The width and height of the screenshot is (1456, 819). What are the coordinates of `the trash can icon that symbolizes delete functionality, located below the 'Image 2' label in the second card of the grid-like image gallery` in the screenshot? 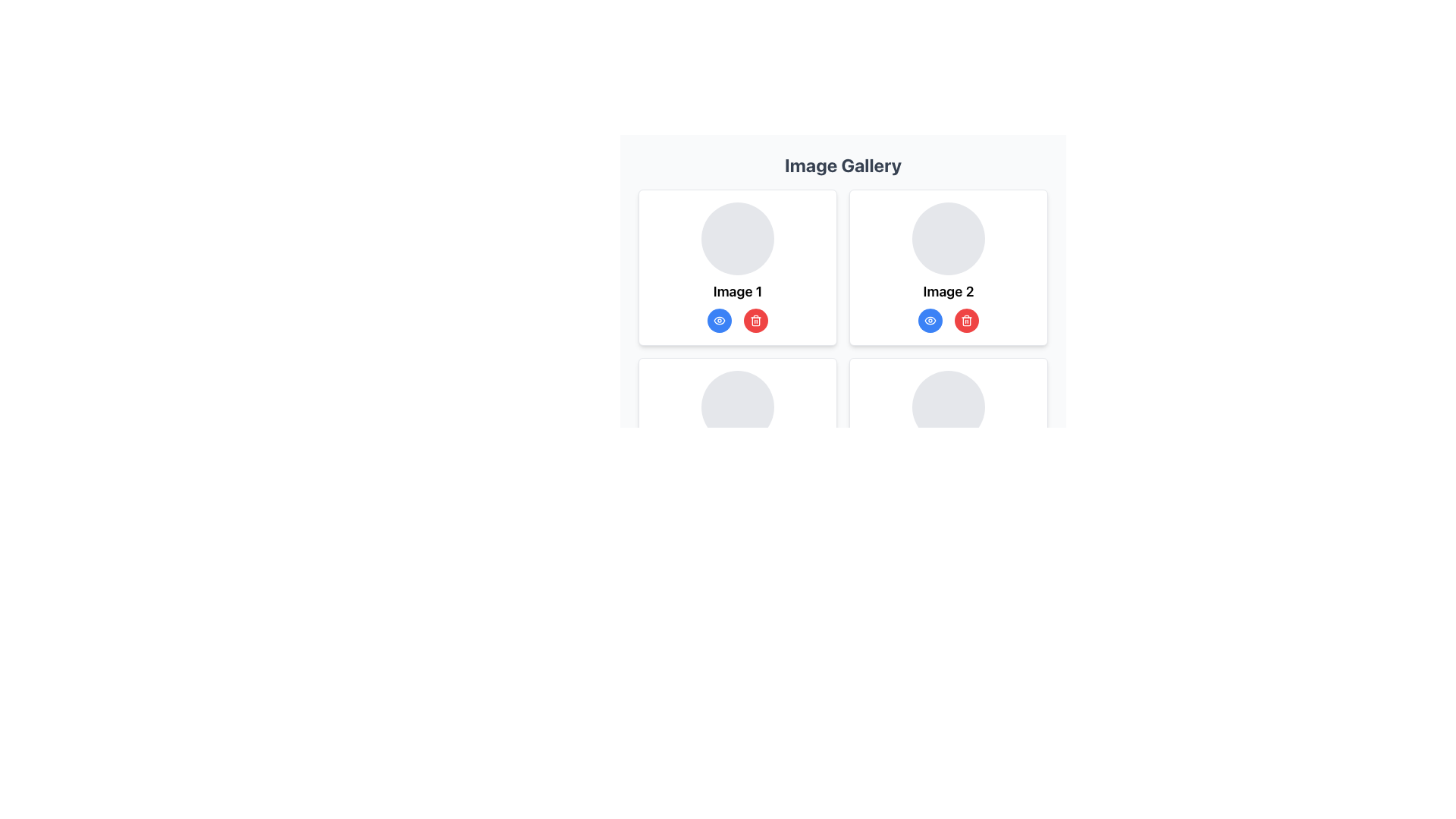 It's located at (966, 321).